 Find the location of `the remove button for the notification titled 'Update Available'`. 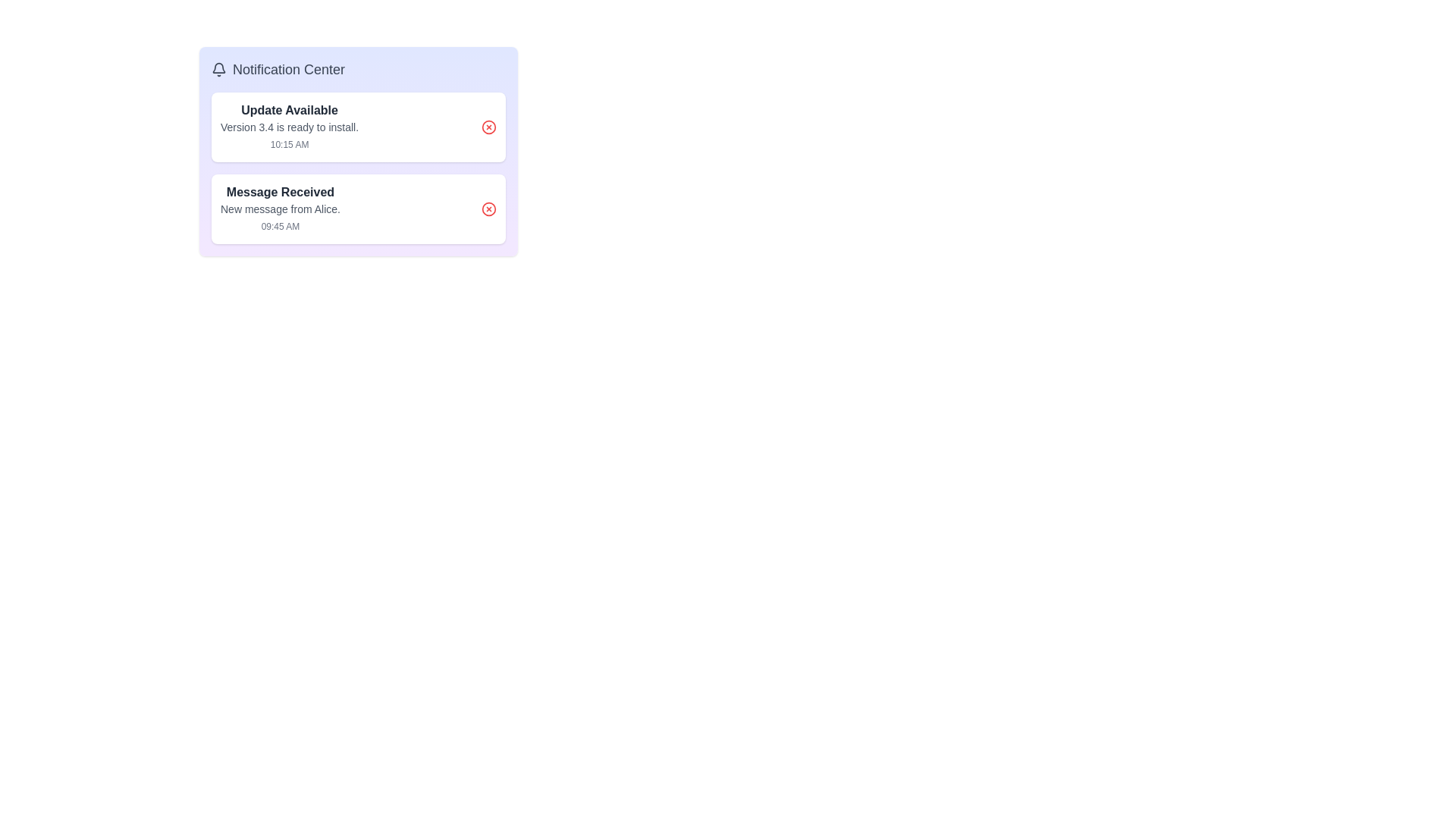

the remove button for the notification titled 'Update Available' is located at coordinates (488, 127).